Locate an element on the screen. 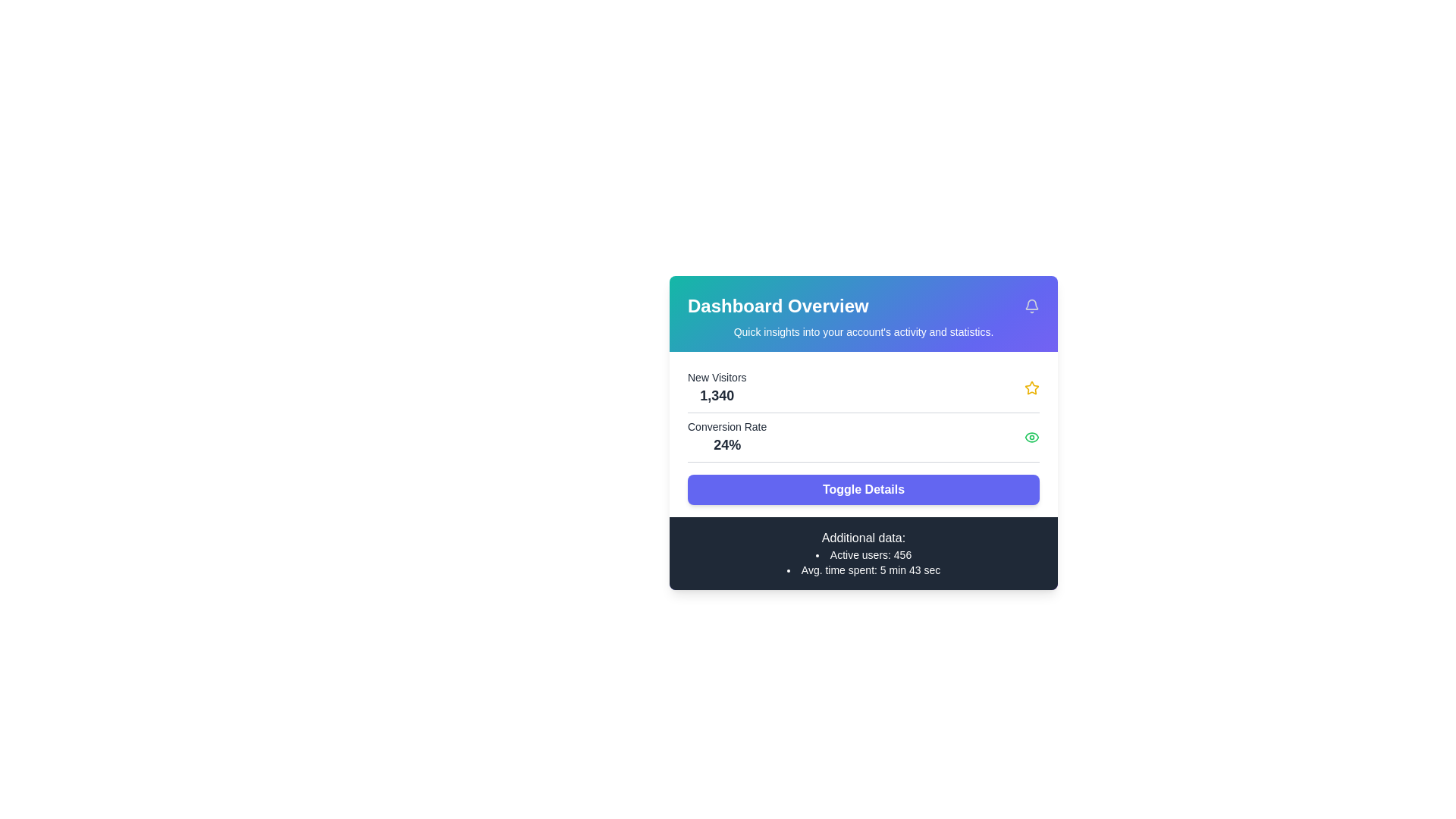  the star icon button in the top-right corner of the 'Dashboard Overview' card to favorite the item is located at coordinates (1031, 386).